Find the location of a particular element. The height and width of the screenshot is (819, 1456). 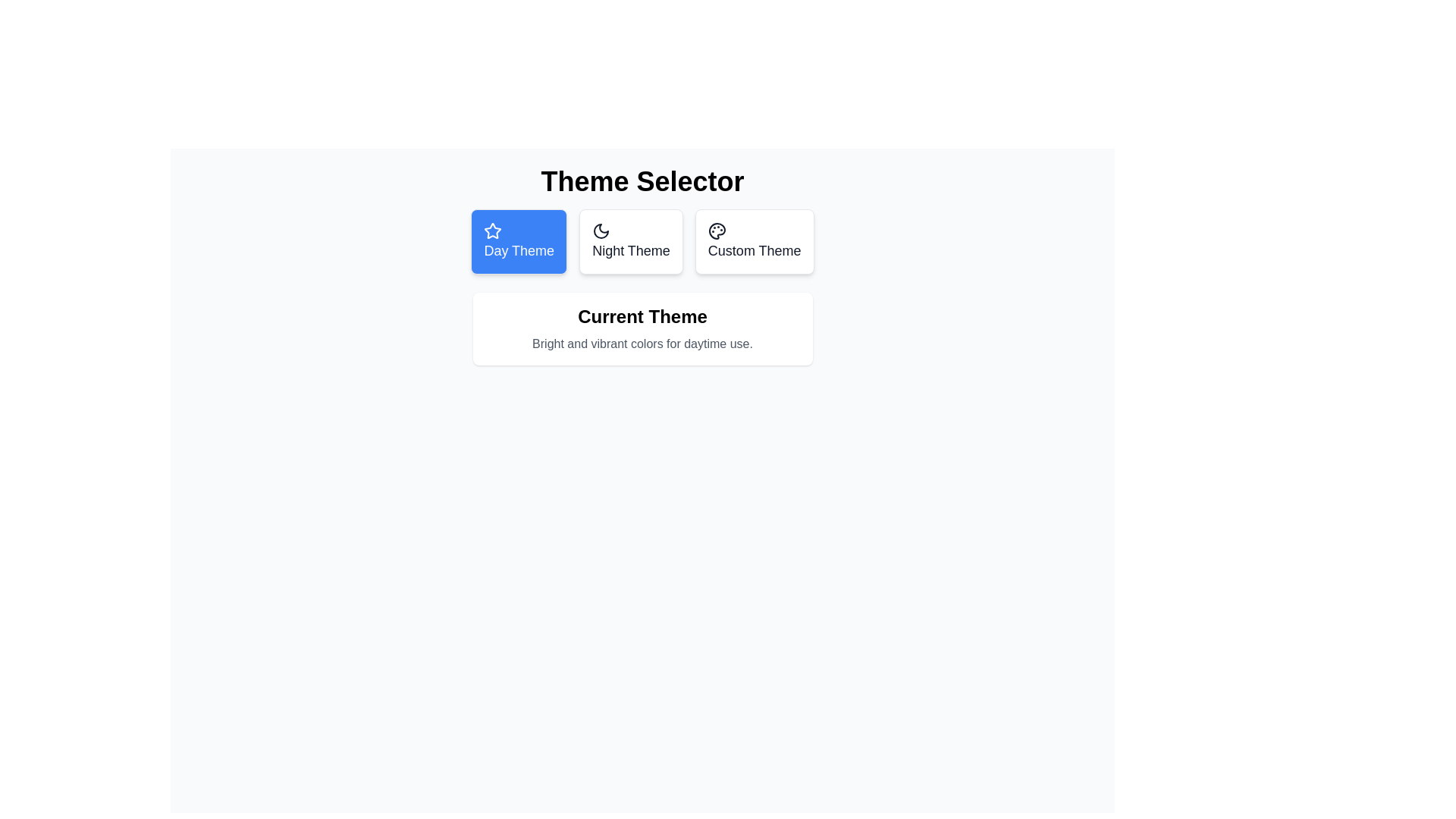

the theme by clicking on the corresponding button for Day Theme is located at coordinates (519, 241).